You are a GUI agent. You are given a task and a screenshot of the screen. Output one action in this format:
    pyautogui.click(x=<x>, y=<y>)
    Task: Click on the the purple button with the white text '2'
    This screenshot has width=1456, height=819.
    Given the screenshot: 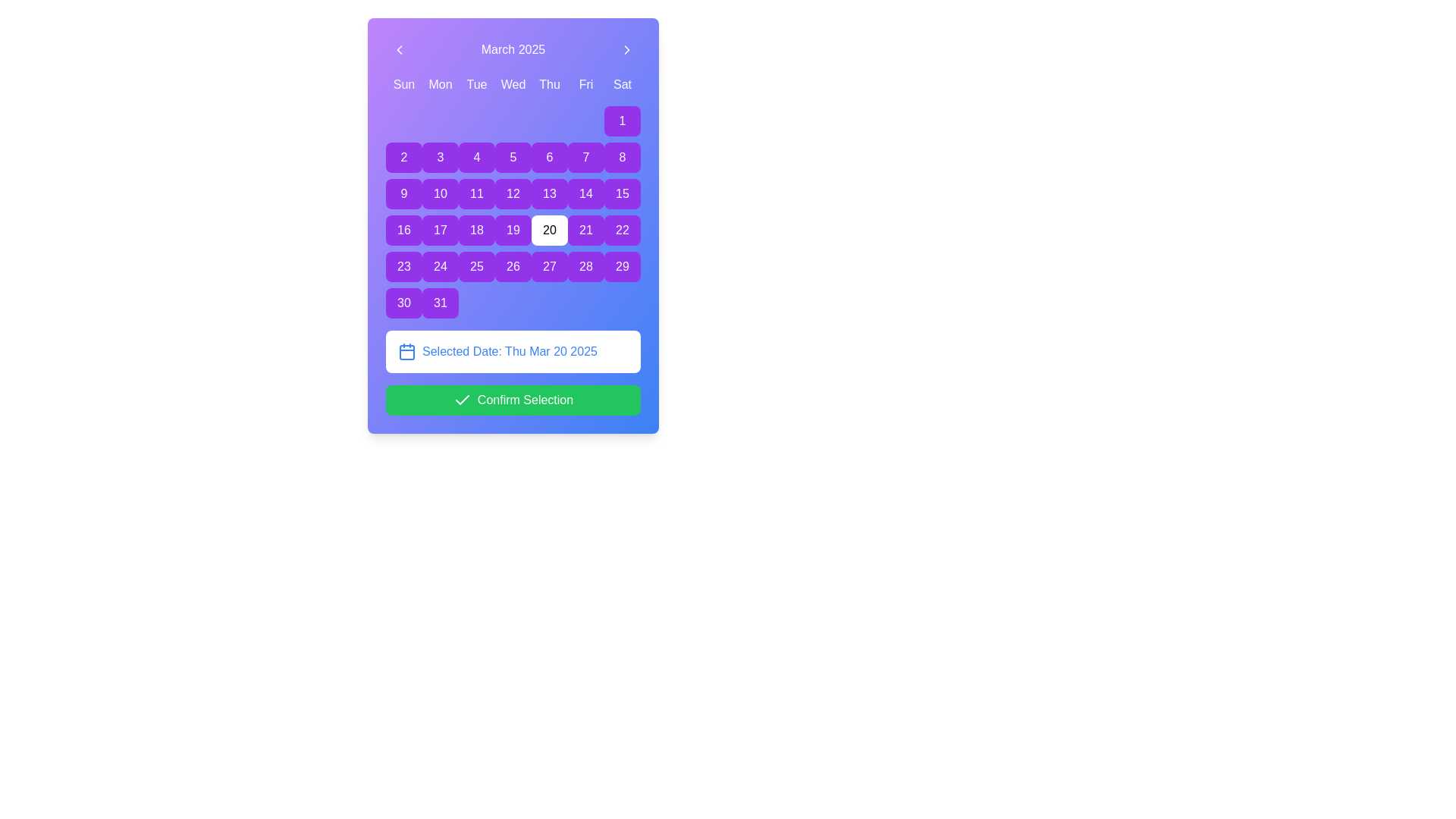 What is the action you would take?
    pyautogui.click(x=403, y=158)
    